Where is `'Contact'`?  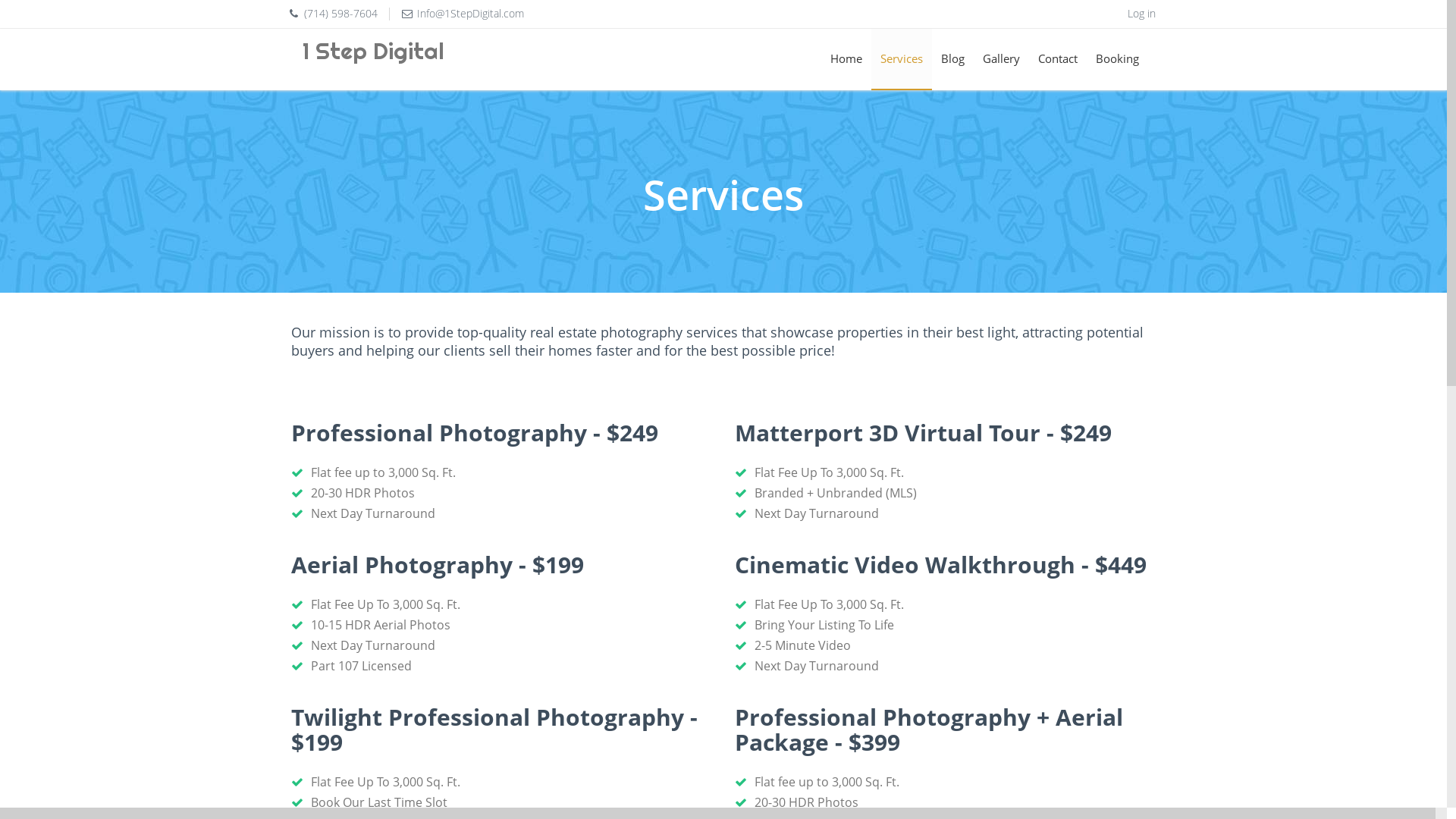
'Contact' is located at coordinates (1029, 58).